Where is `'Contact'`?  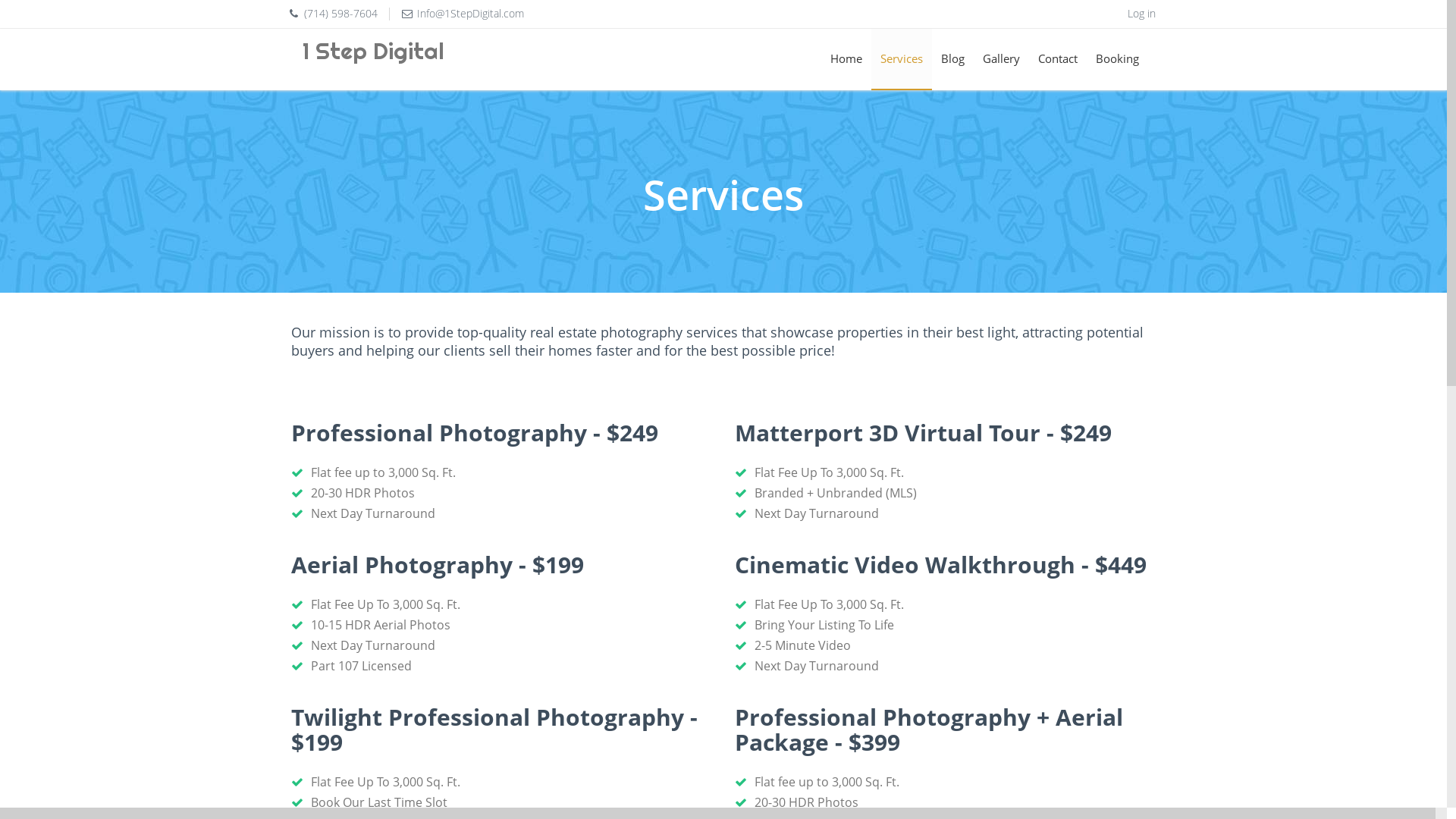
'Contact' is located at coordinates (1029, 58).